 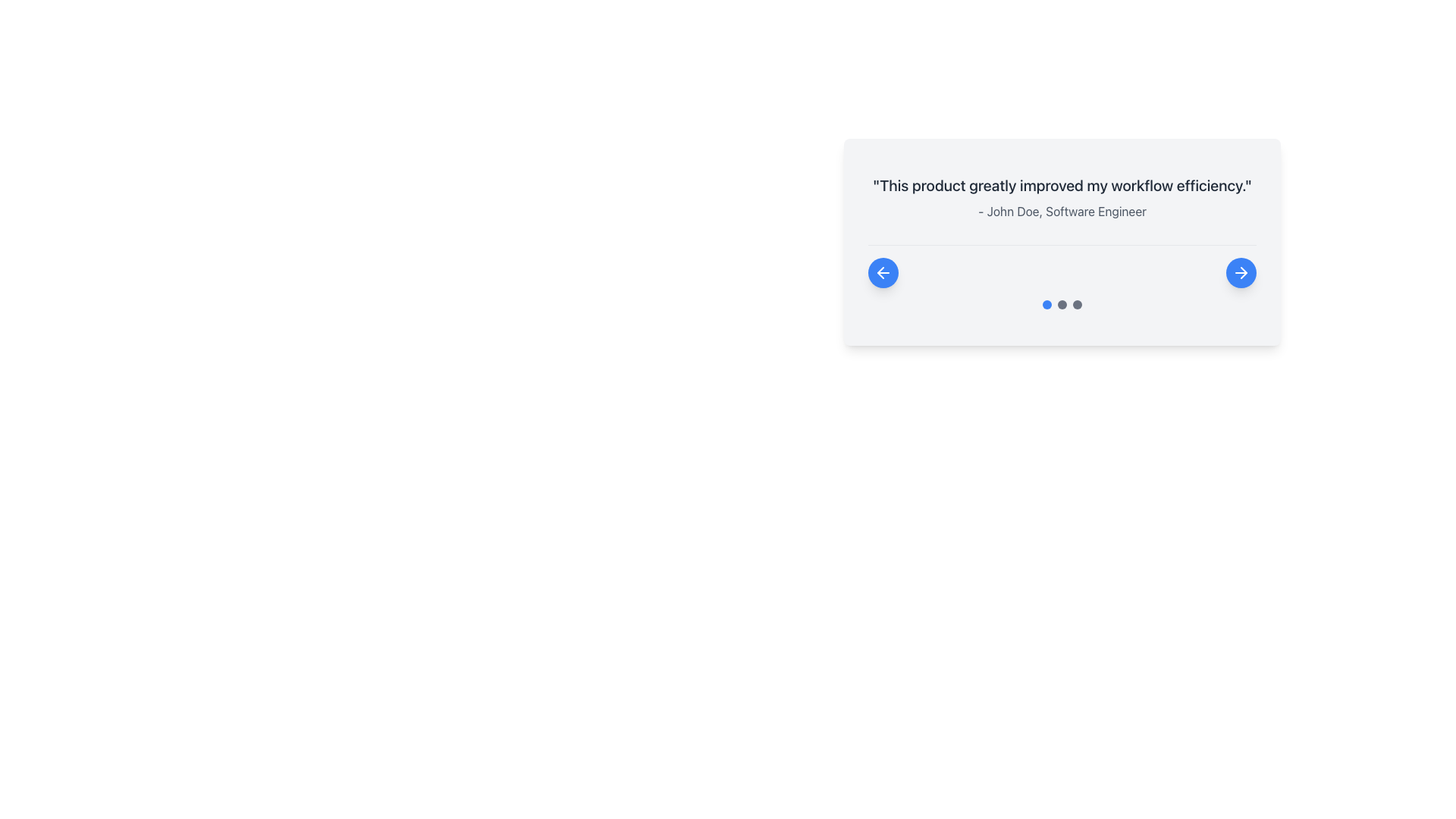 I want to click on the Carousel Navigation Bar located at the center-bottom of the testimonial card to activate potential hover effects, so click(x=1062, y=265).